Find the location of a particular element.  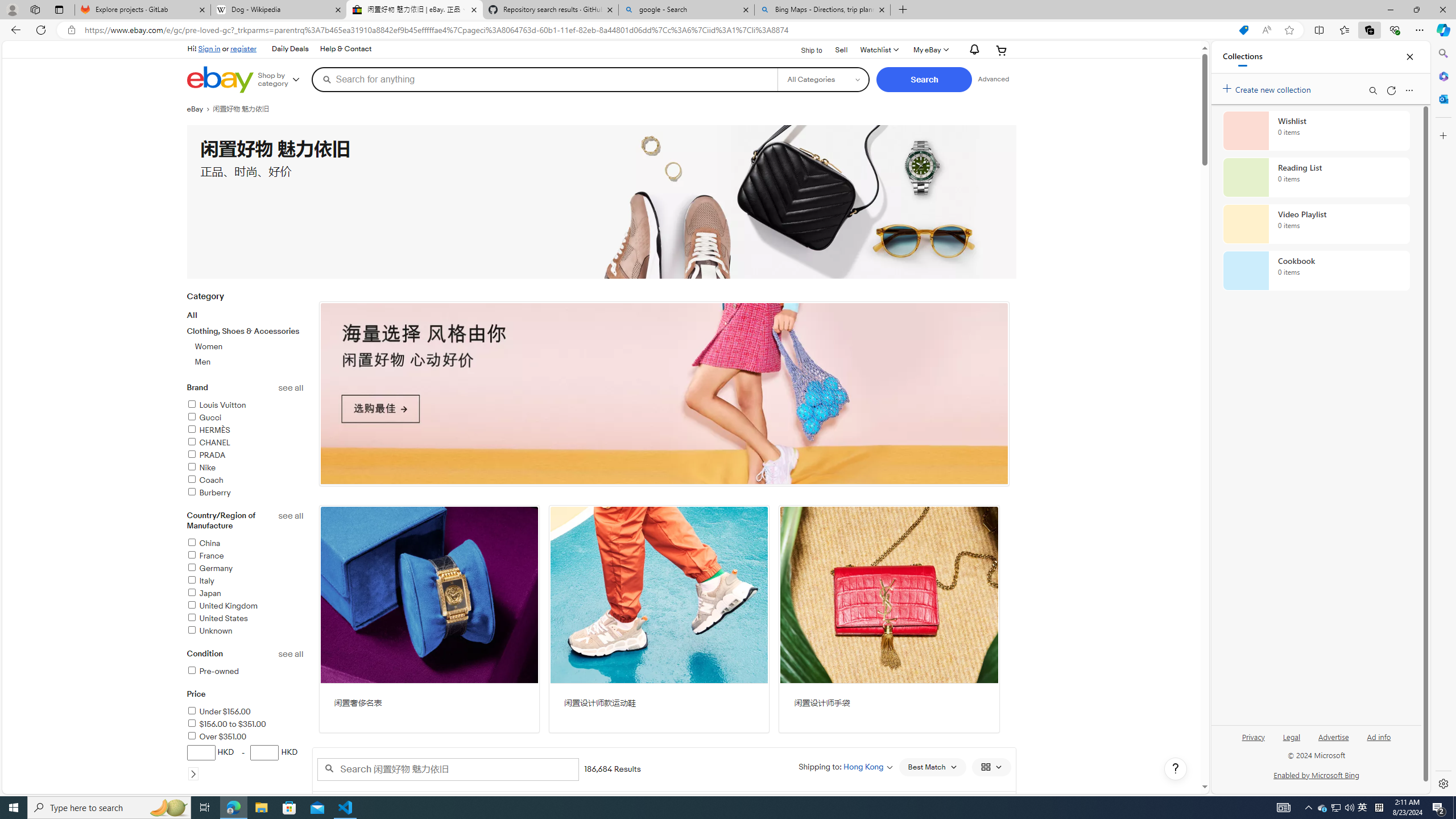

'Ship to' is located at coordinates (804, 49).